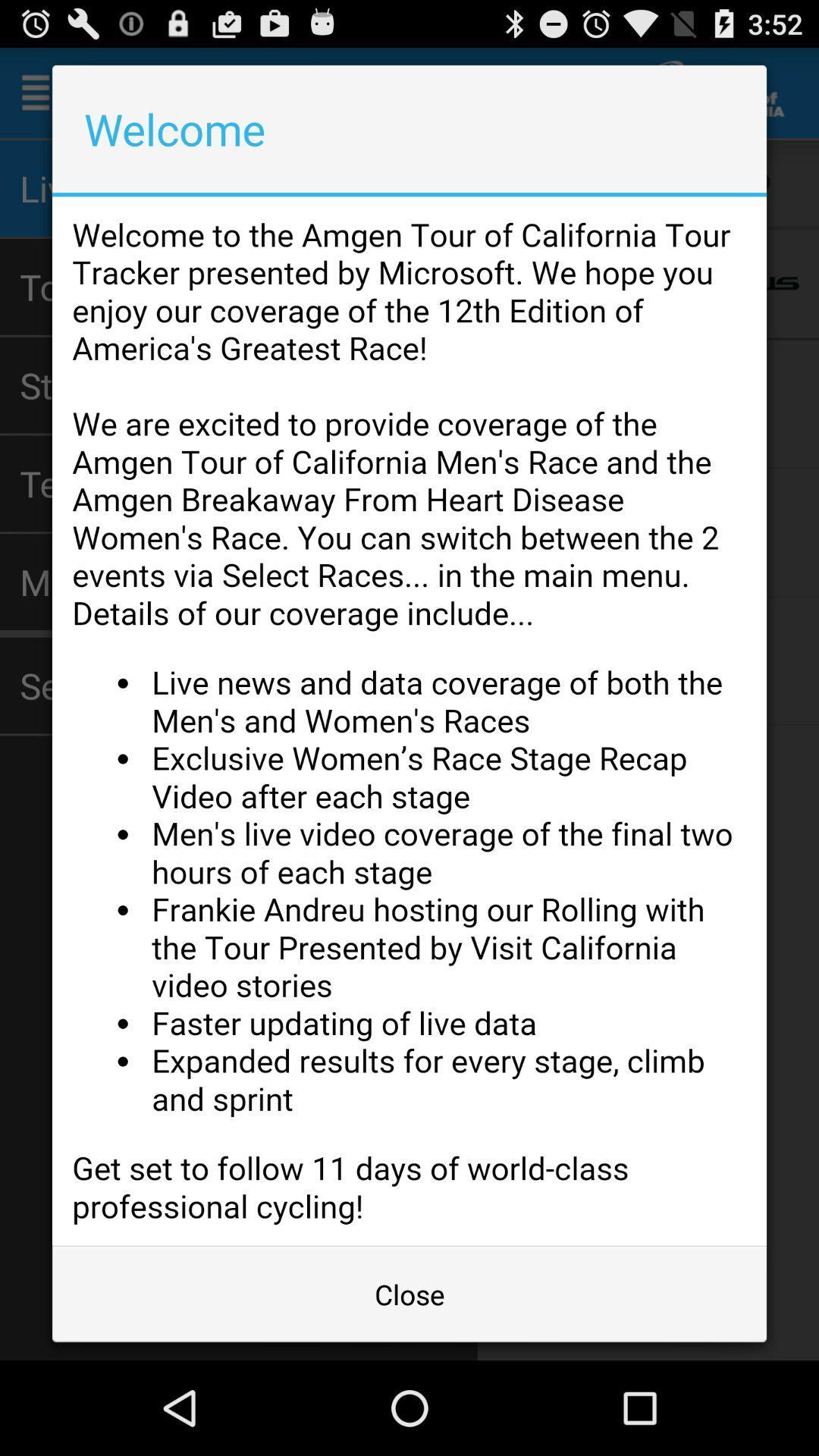 The image size is (819, 1456). What do you see at coordinates (409, 720) in the screenshot?
I see `advertisement page` at bounding box center [409, 720].